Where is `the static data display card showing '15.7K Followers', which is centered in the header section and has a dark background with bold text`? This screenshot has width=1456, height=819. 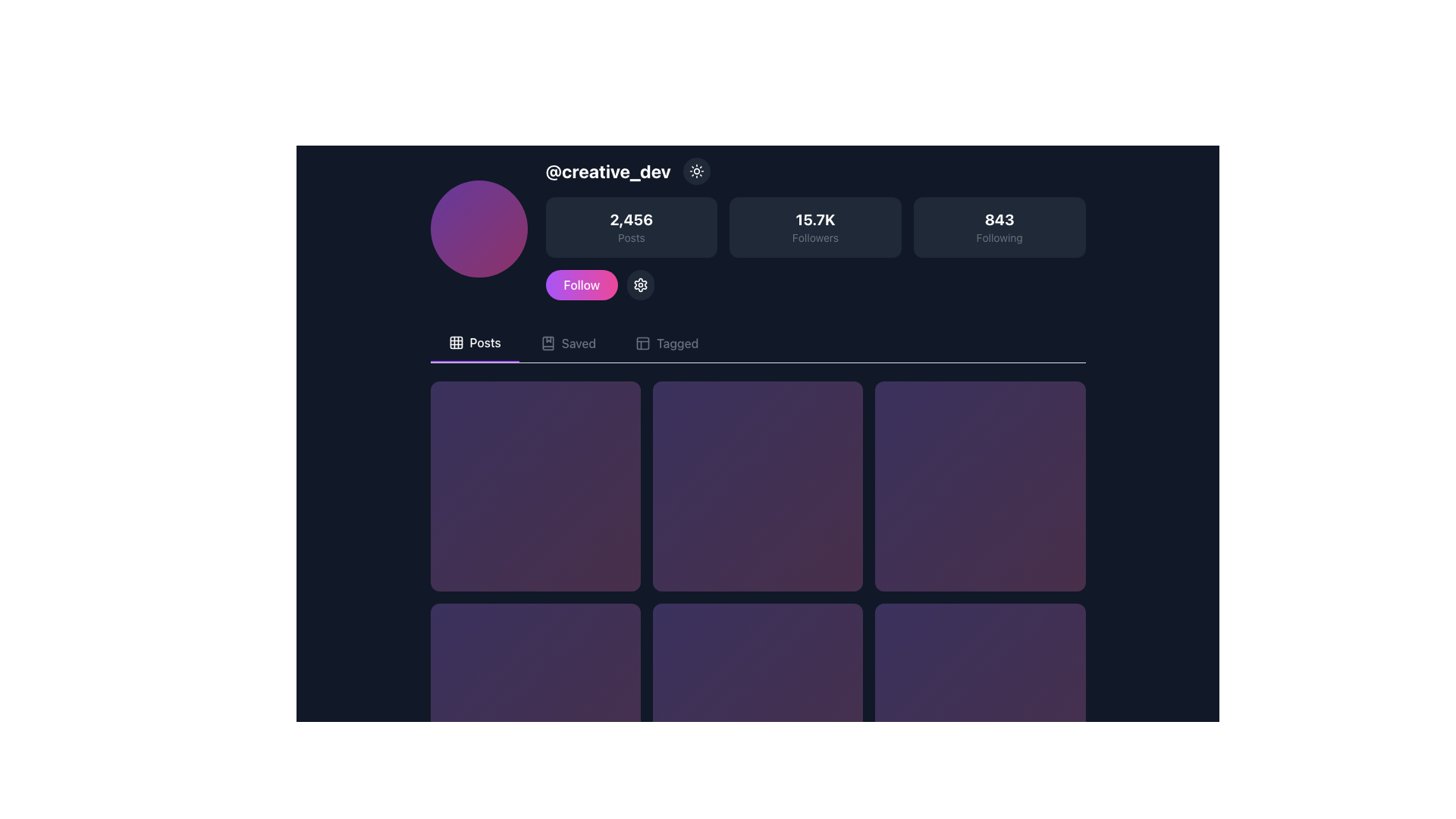
the static data display card showing '15.7K Followers', which is centered in the header section and has a dark background with bold text is located at coordinates (814, 228).